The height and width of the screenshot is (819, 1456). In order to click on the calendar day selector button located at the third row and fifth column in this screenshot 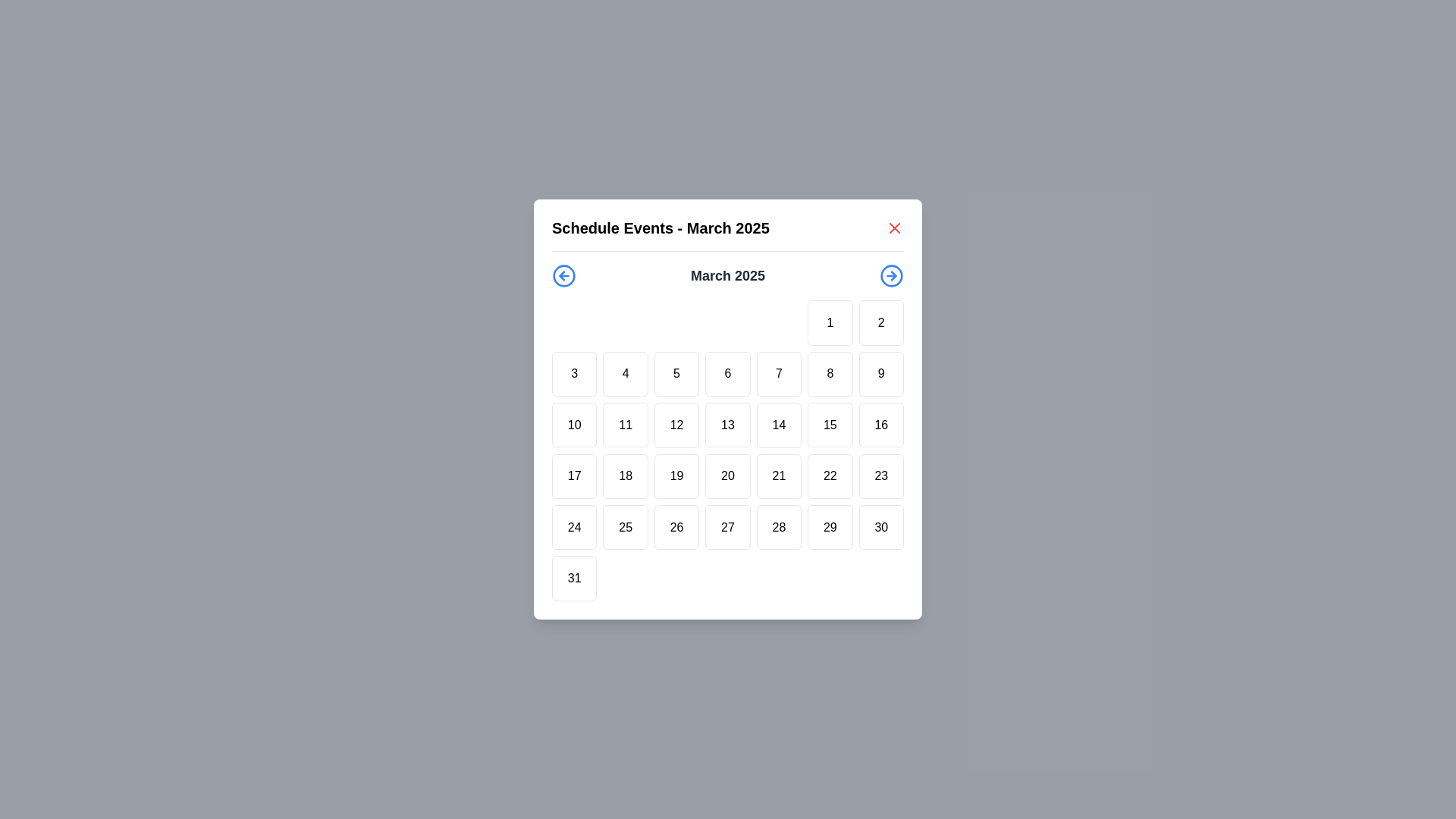, I will do `click(779, 425)`.